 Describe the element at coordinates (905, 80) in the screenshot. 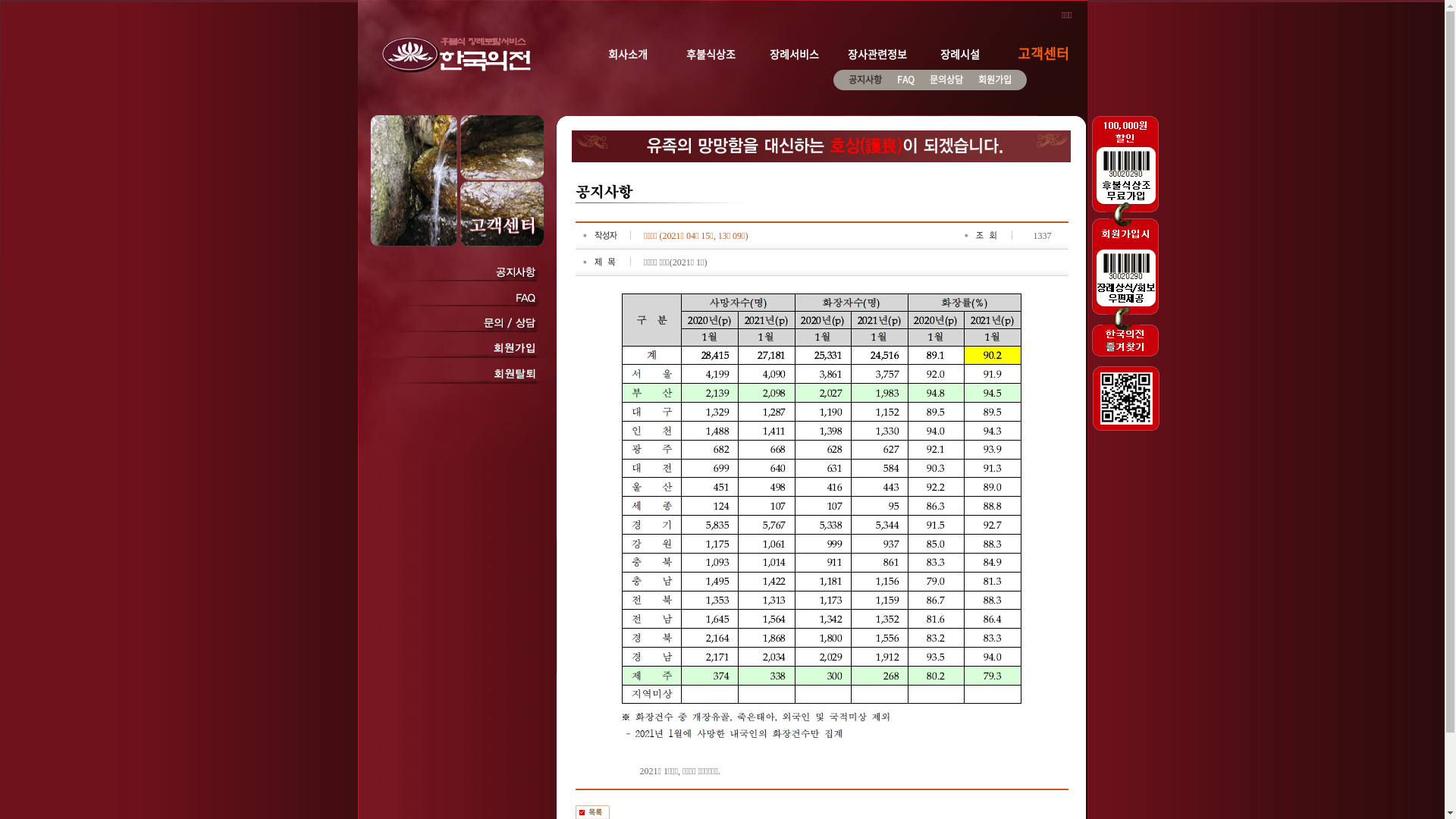

I see `'FAQ'` at that location.